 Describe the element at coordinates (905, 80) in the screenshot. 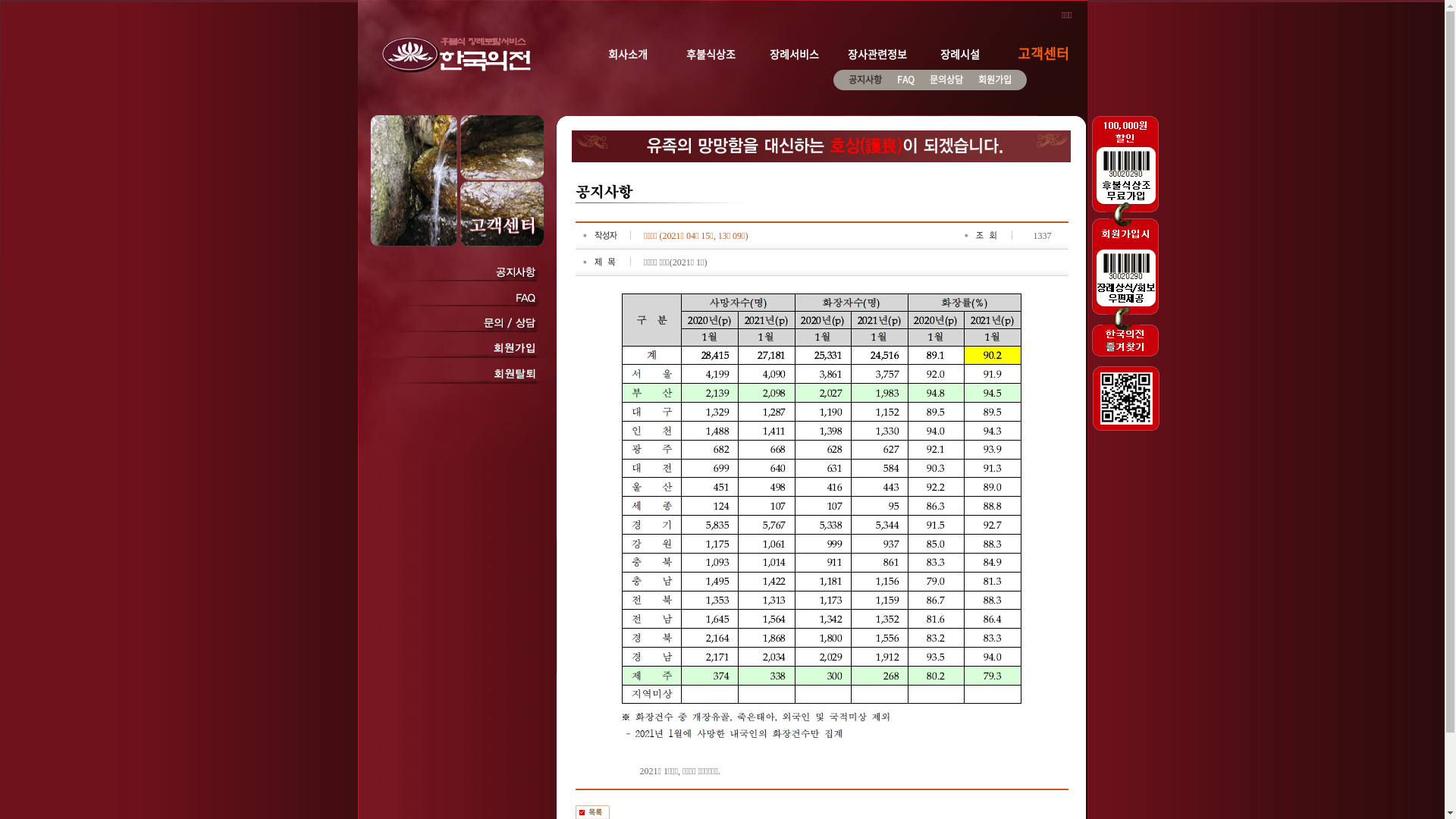

I see `'FAQ'` at that location.